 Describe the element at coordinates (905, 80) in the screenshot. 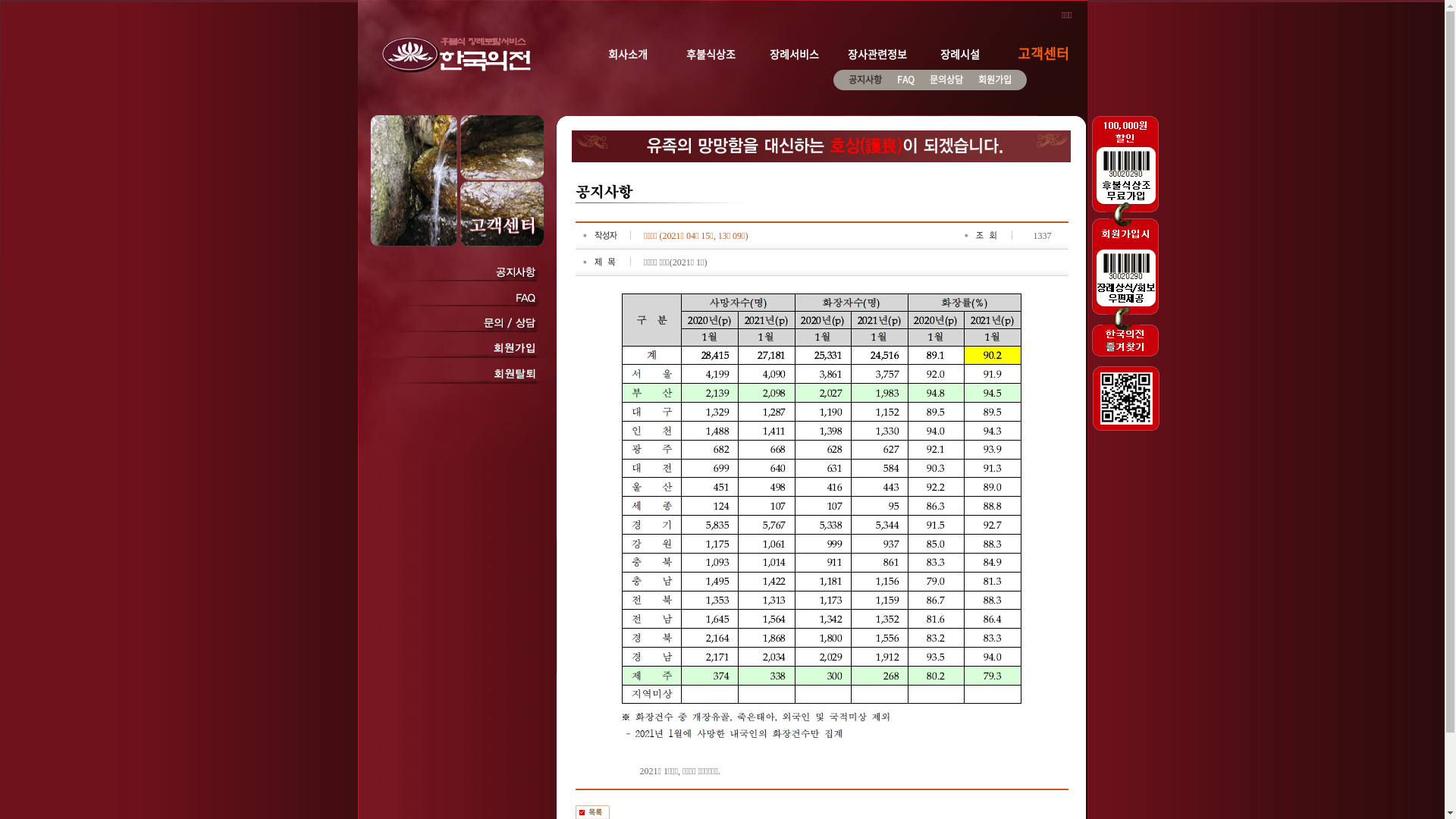

I see `'FAQ'` at that location.